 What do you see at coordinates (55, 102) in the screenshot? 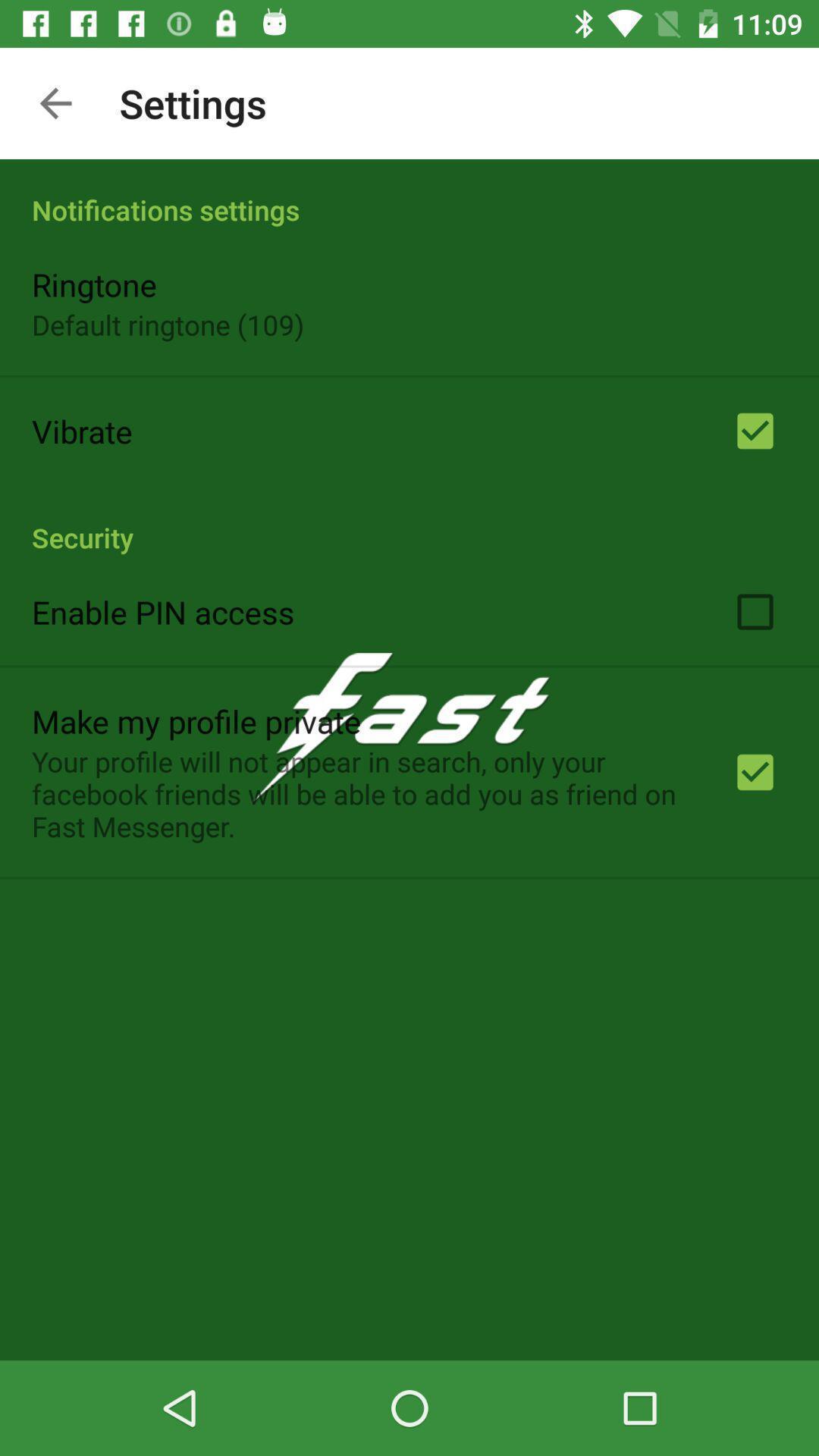
I see `the item above the notifications settings app` at bounding box center [55, 102].